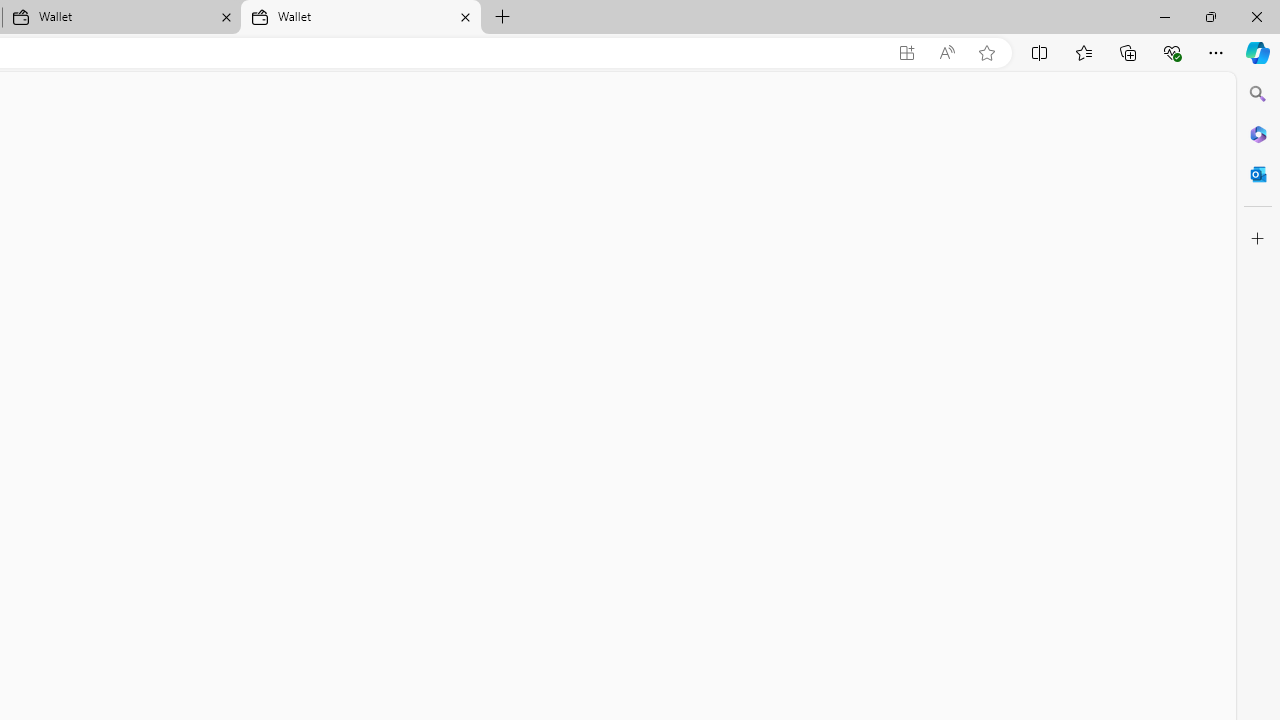  Describe the element at coordinates (360, 17) in the screenshot. I see `'Wallet'` at that location.